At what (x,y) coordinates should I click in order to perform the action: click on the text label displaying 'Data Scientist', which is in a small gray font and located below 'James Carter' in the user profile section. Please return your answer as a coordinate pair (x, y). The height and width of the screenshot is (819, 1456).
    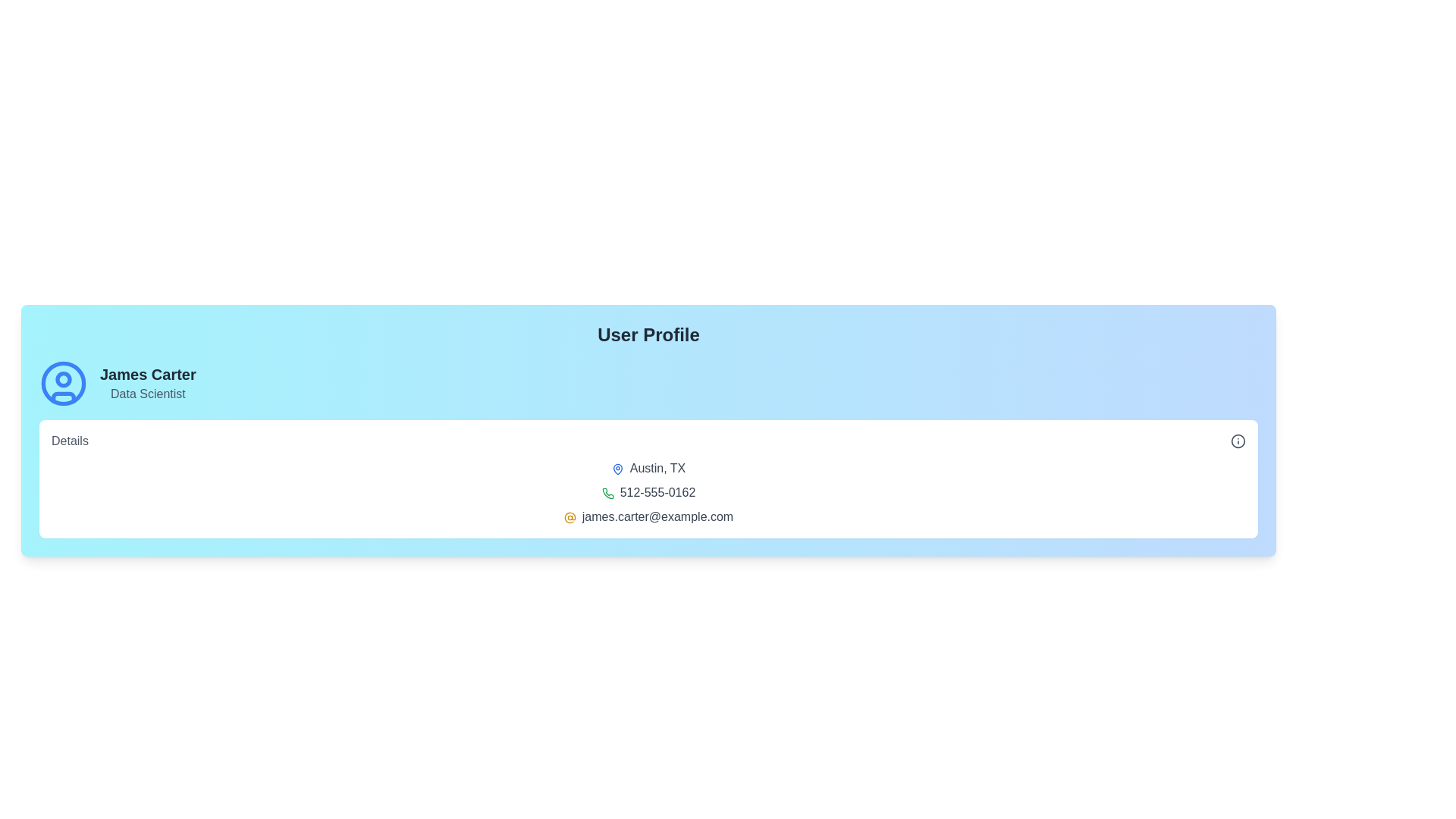
    Looking at the image, I should click on (148, 394).